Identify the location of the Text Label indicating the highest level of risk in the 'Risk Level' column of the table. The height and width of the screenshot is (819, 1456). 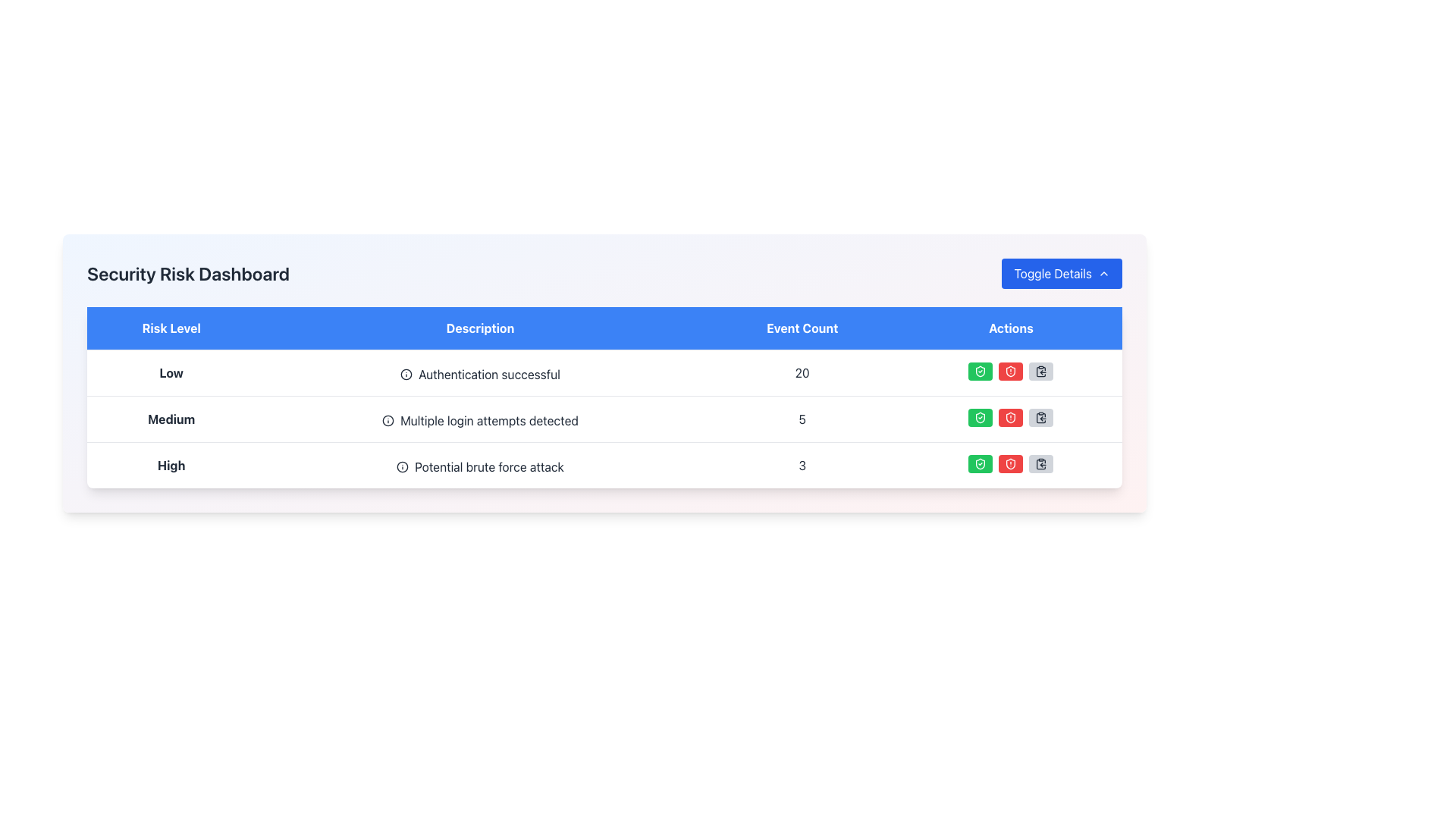
(171, 464).